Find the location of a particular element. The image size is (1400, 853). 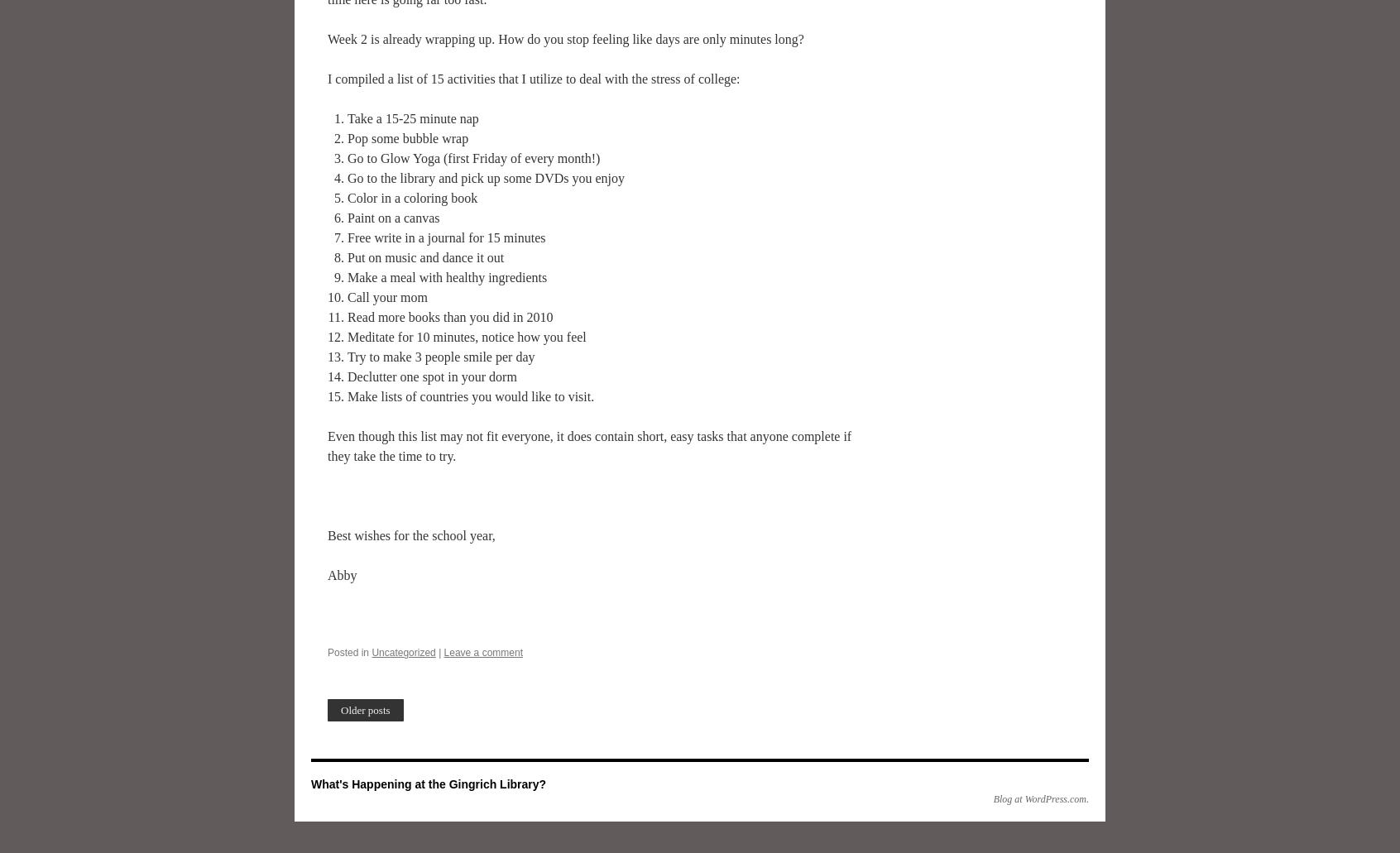

'Meditate for 10 minutes, notice how you feel' is located at coordinates (466, 336).